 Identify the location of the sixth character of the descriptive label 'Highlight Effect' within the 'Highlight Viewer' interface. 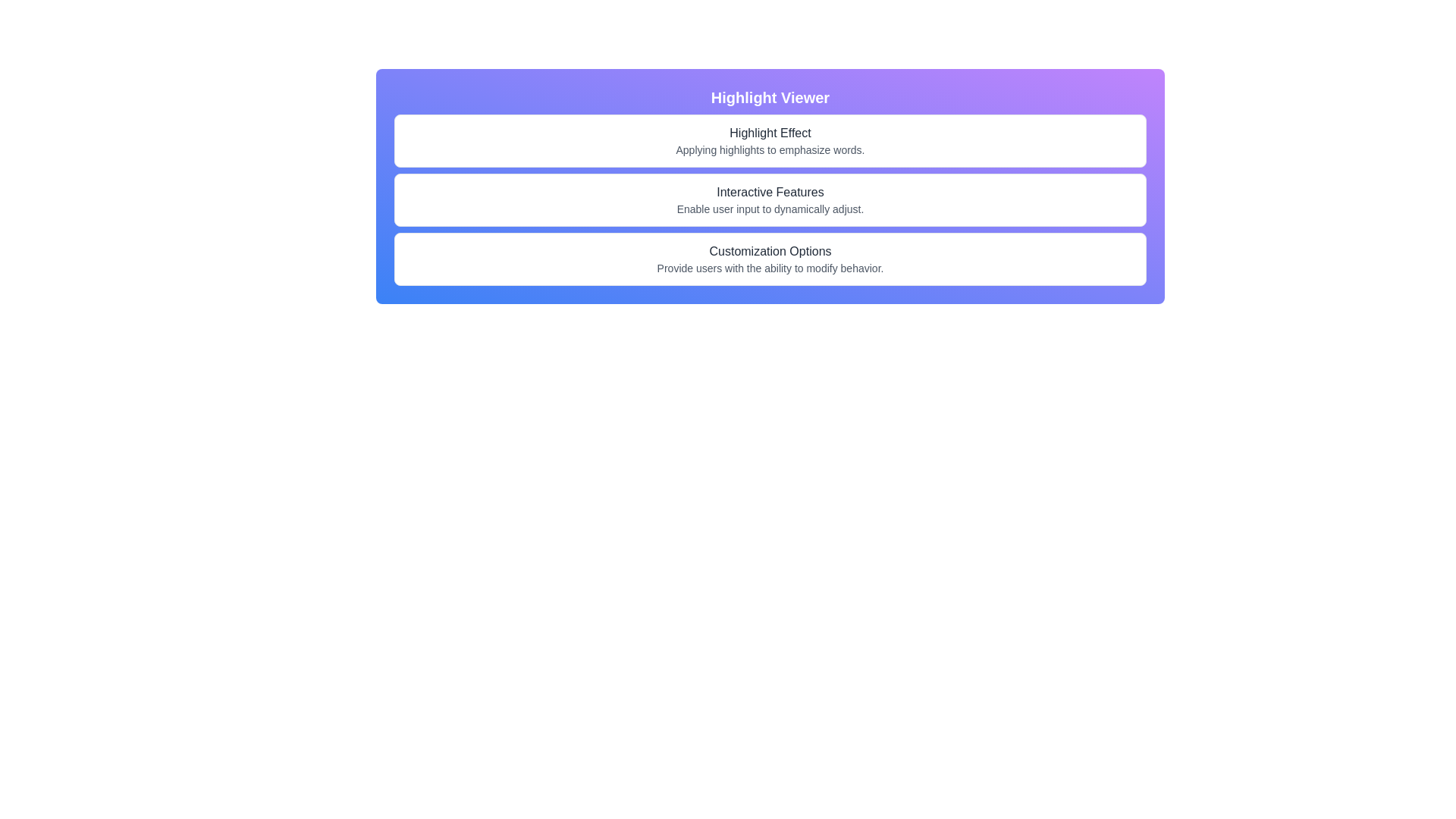
(758, 132).